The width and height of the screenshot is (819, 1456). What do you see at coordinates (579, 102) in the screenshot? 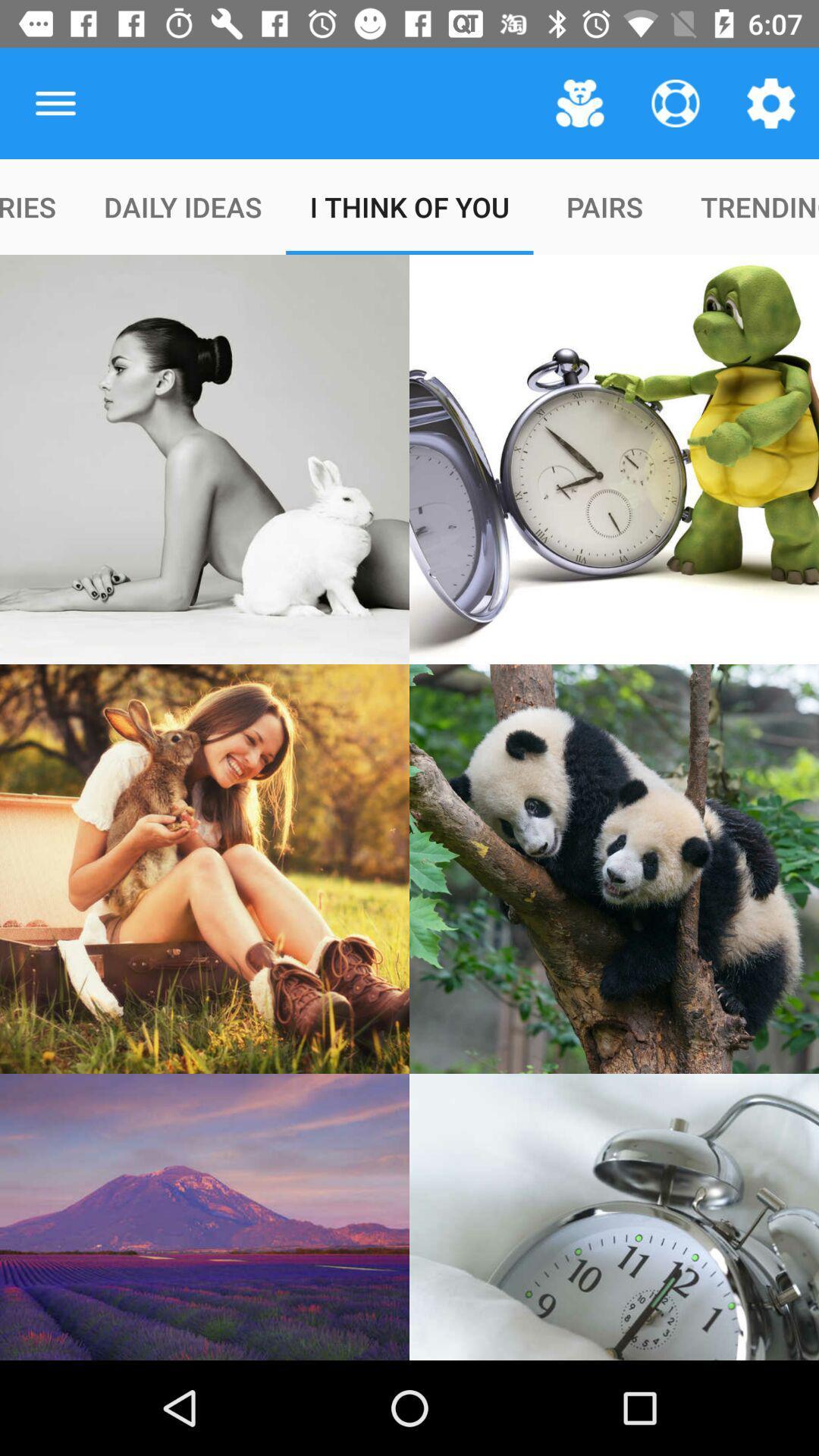
I see `item above pairs icon` at bounding box center [579, 102].